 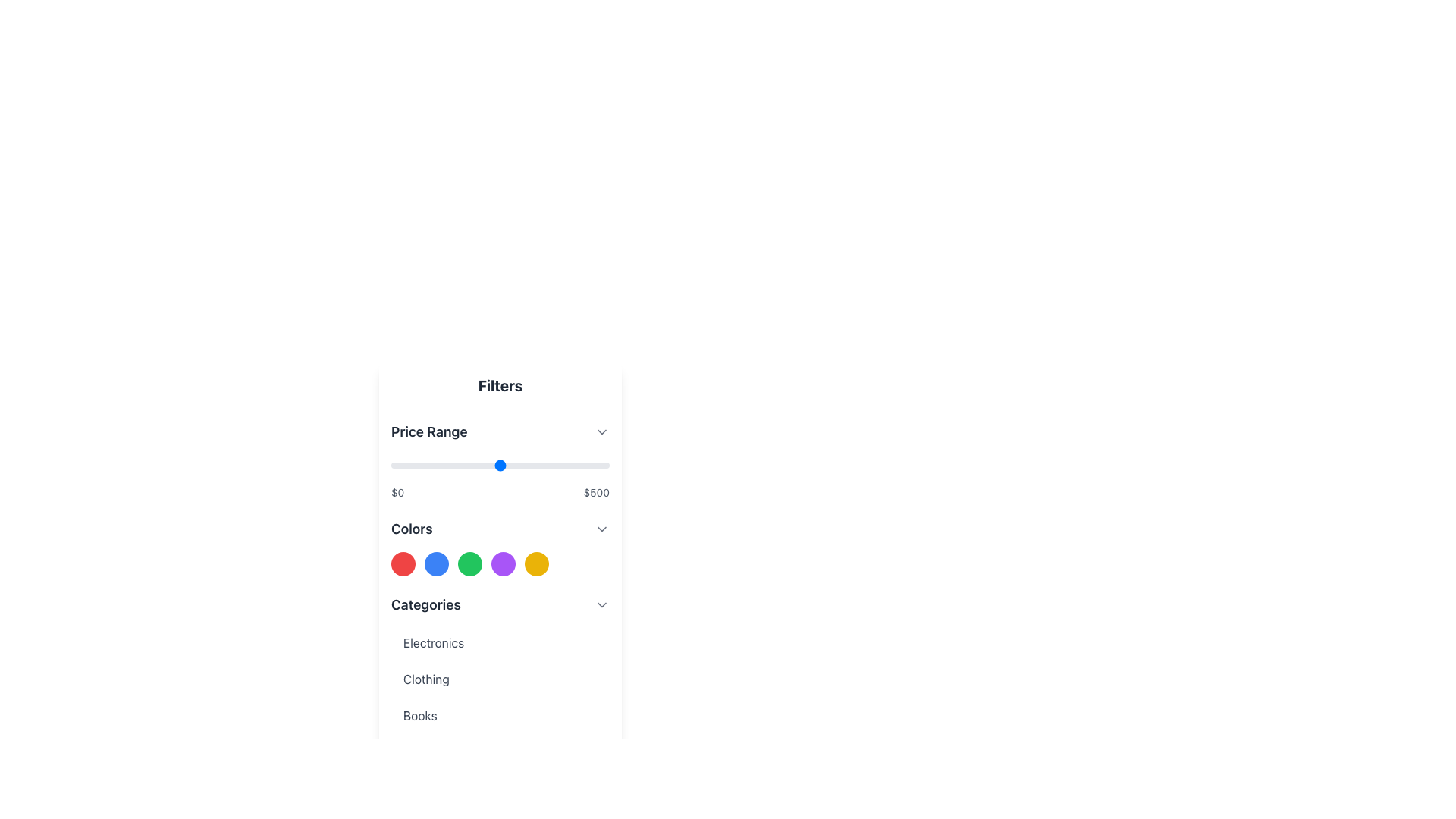 What do you see at coordinates (488, 464) in the screenshot?
I see `the slider` at bounding box center [488, 464].